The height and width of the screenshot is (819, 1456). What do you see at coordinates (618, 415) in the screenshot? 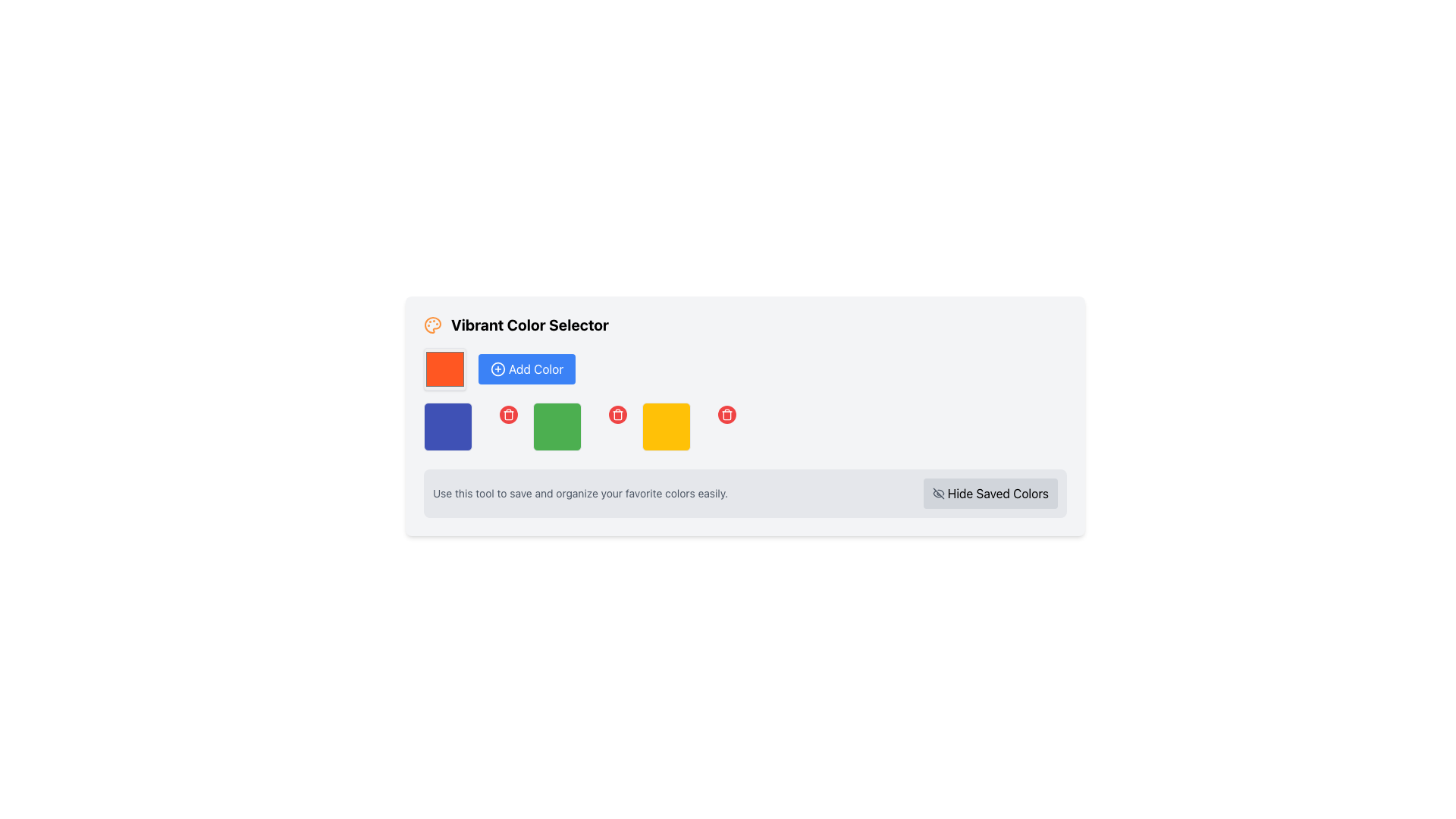
I see `the trash icon button with a red circular background` at bounding box center [618, 415].